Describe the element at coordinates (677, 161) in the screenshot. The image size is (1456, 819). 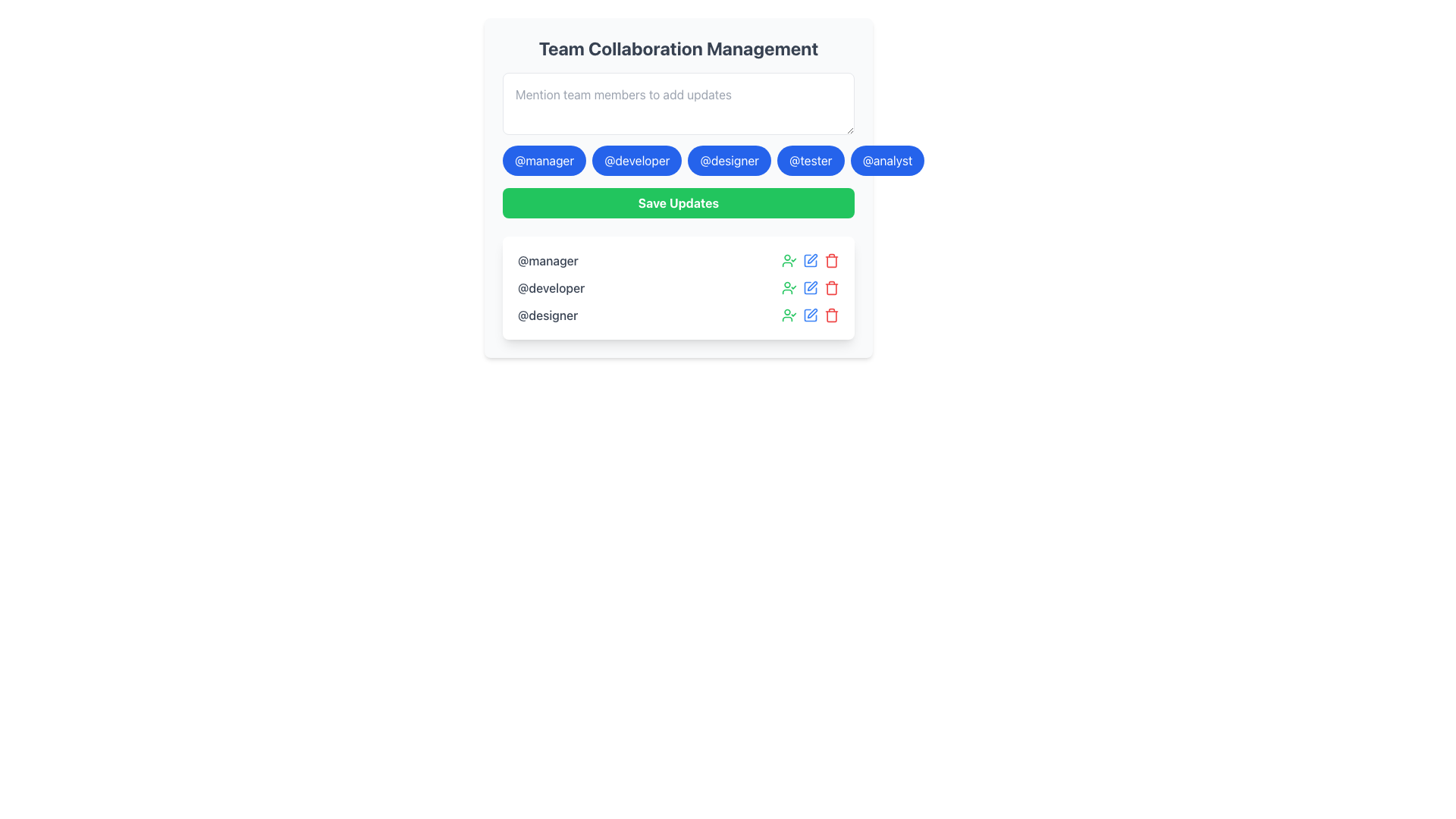
I see `the blue button-like chip labeled '@developer' located below the text input field and above the 'Save Updates' button` at that location.